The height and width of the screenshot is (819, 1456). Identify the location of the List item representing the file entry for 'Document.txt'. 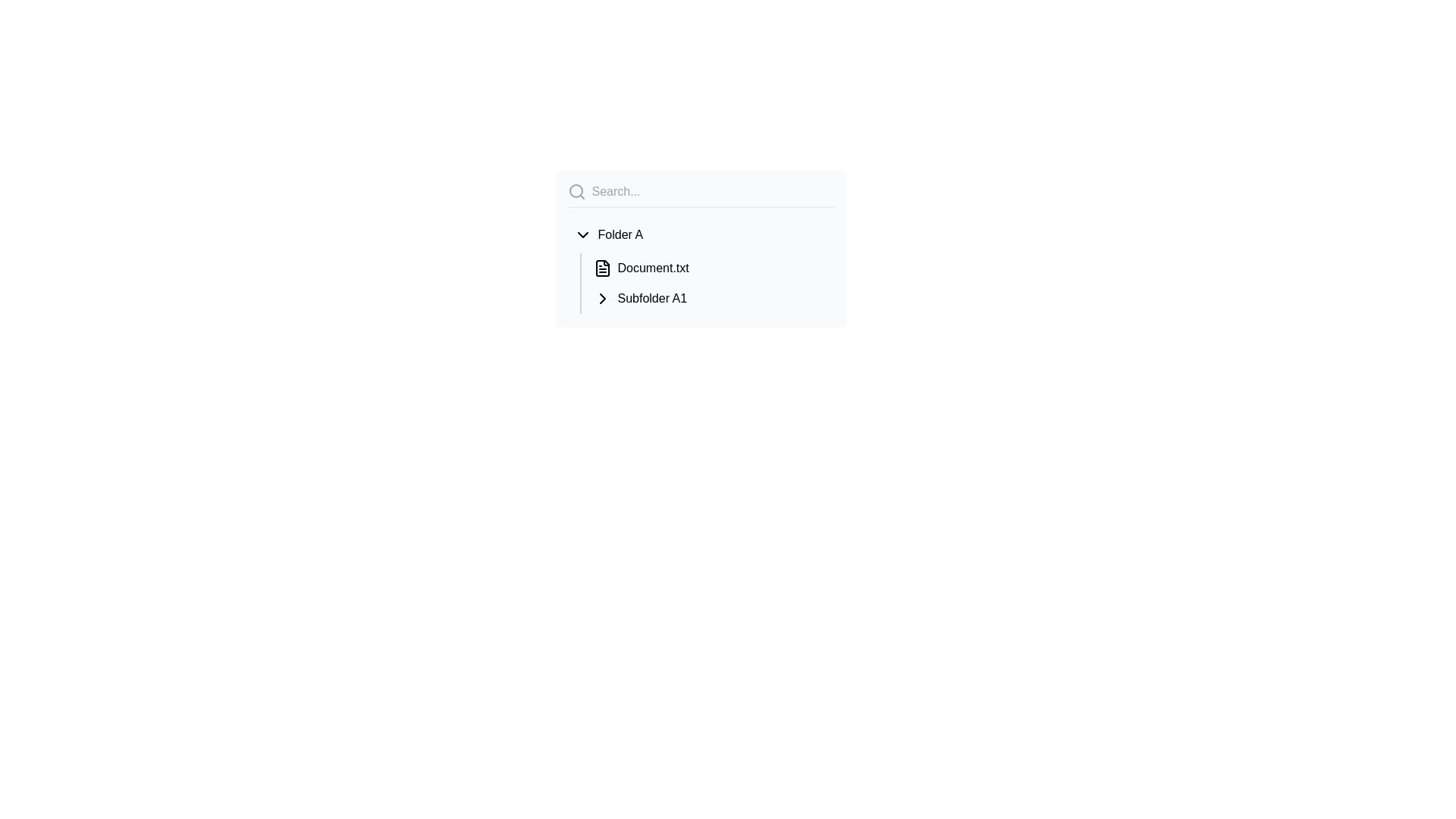
(710, 268).